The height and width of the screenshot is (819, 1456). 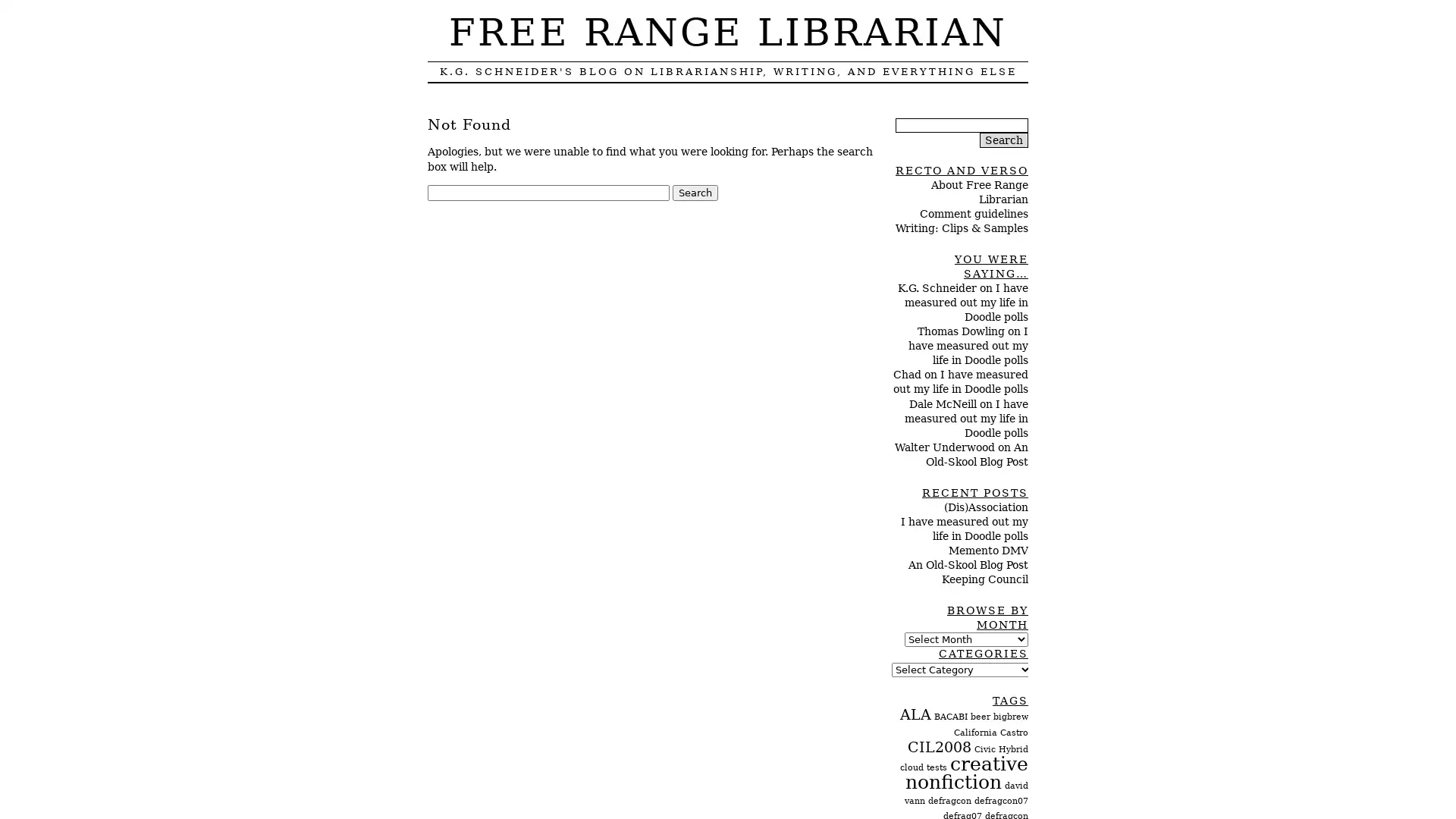 What do you see at coordinates (694, 192) in the screenshot?
I see `Search` at bounding box center [694, 192].